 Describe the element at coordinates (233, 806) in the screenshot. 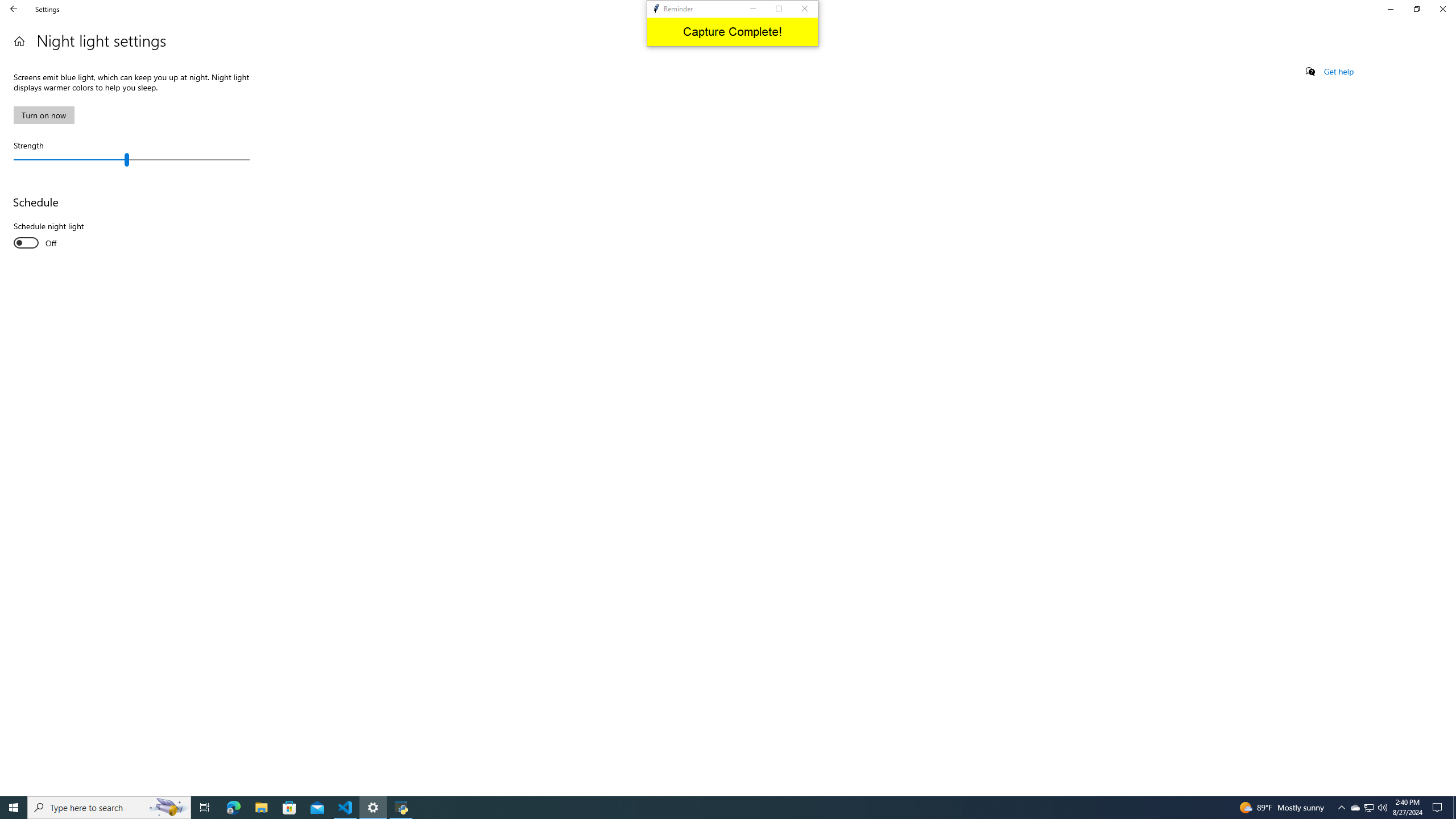

I see `'Microsoft Edge'` at that location.